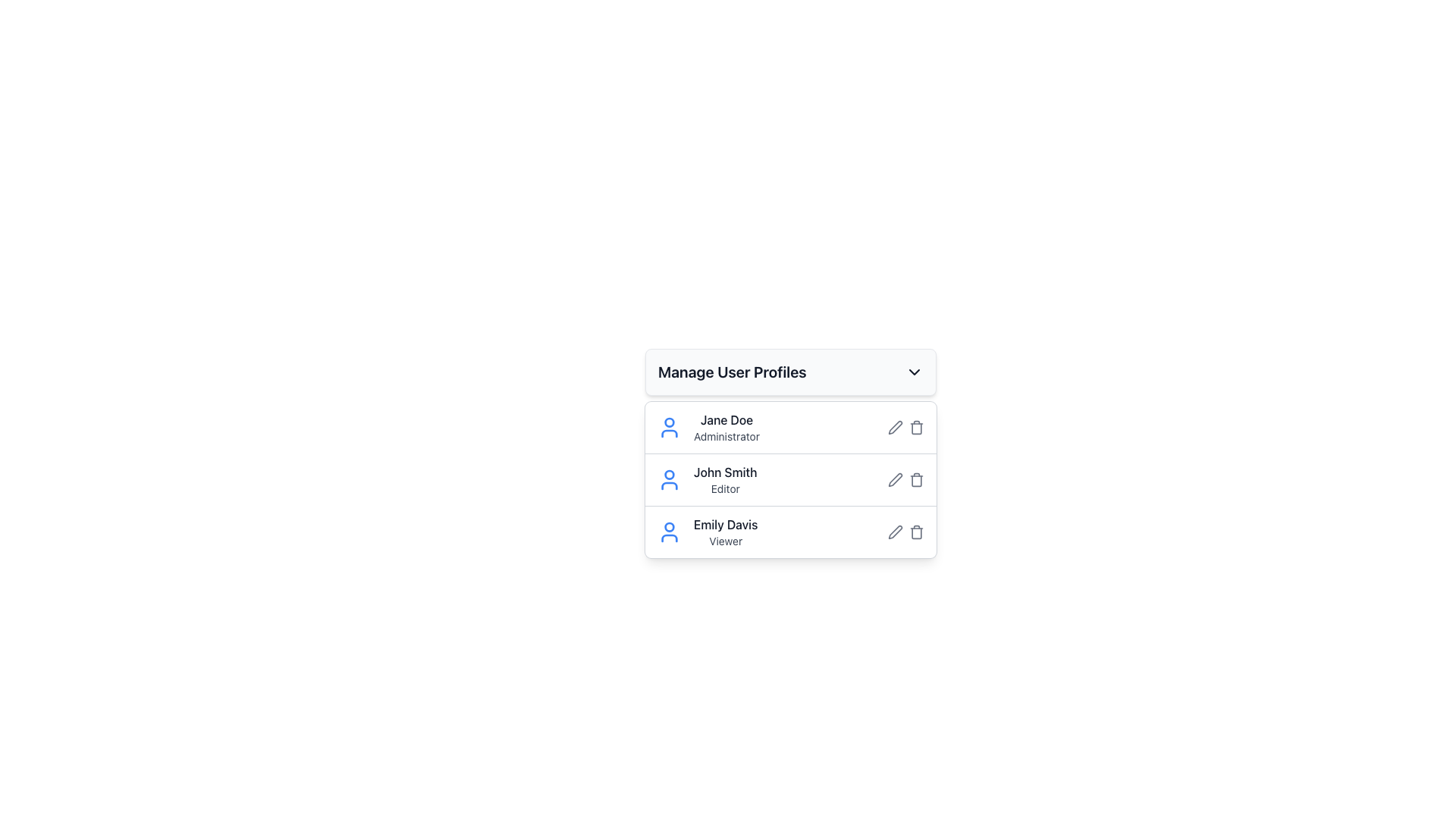 This screenshot has width=1456, height=819. Describe the element at coordinates (789, 372) in the screenshot. I see `the Dropdown header for managing user profiles` at that location.